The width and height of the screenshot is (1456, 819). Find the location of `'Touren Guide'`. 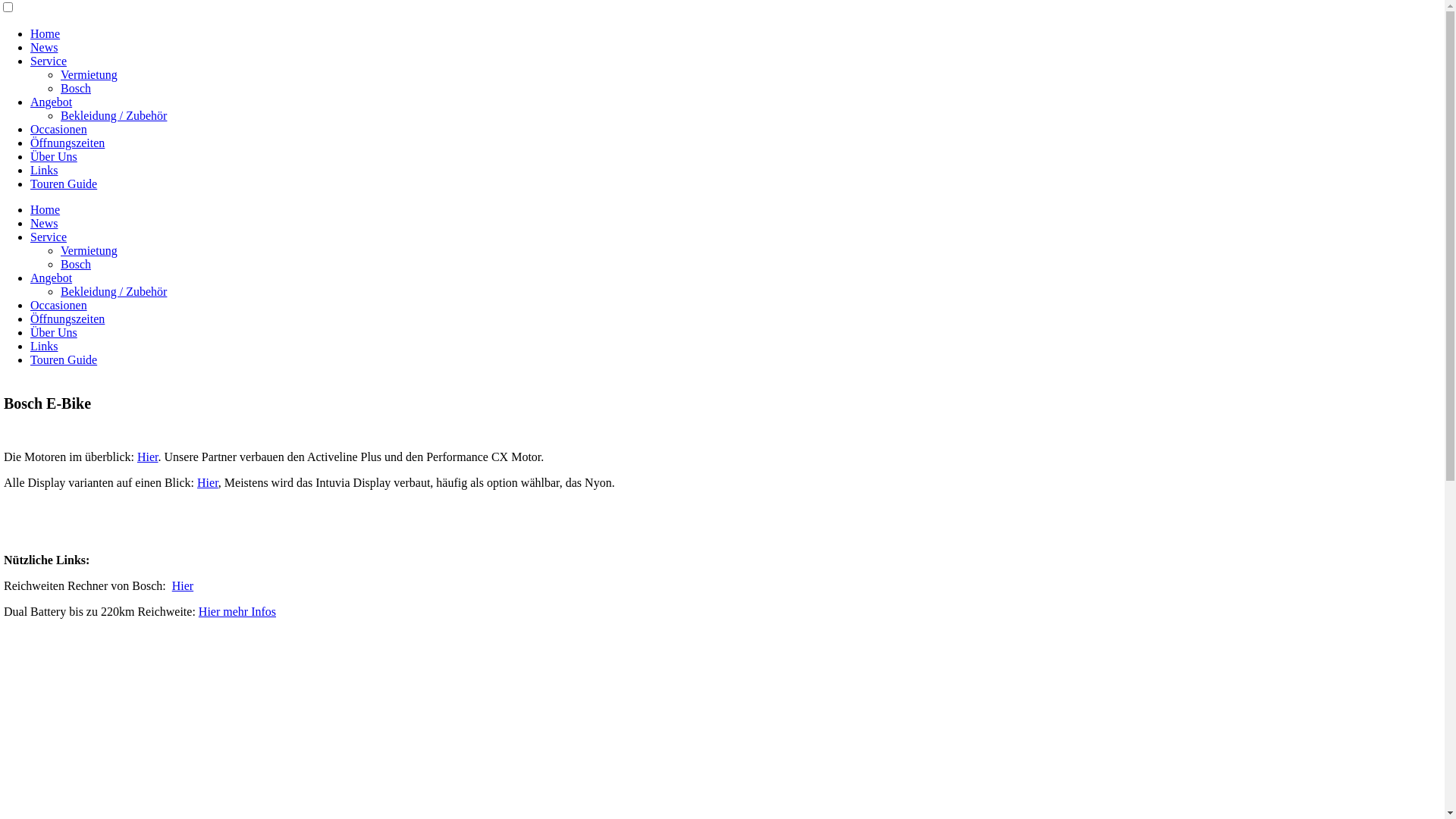

'Touren Guide' is located at coordinates (62, 183).